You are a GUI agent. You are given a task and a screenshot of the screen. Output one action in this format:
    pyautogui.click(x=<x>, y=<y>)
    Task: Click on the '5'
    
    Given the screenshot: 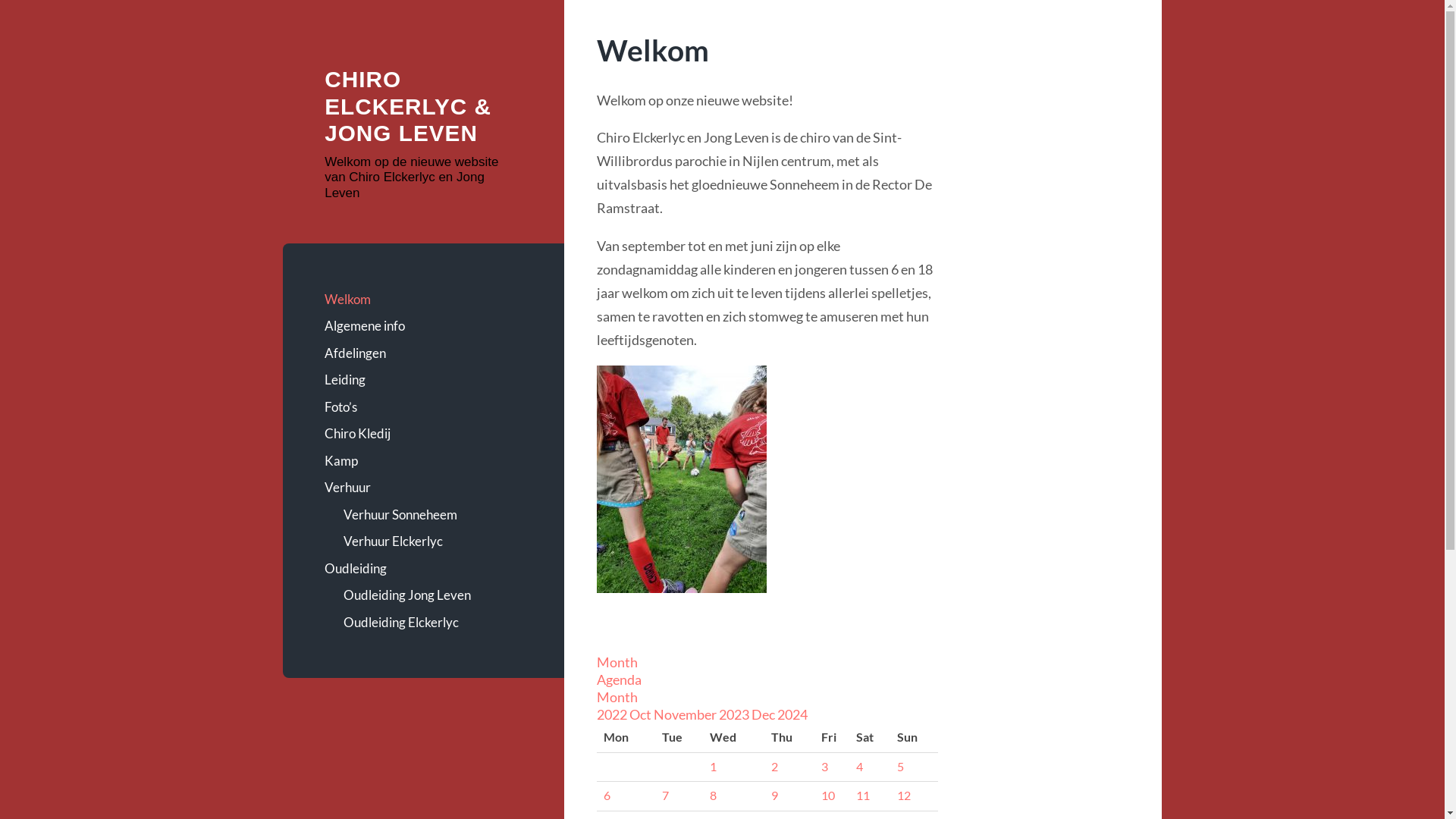 What is the action you would take?
    pyautogui.click(x=896, y=766)
    